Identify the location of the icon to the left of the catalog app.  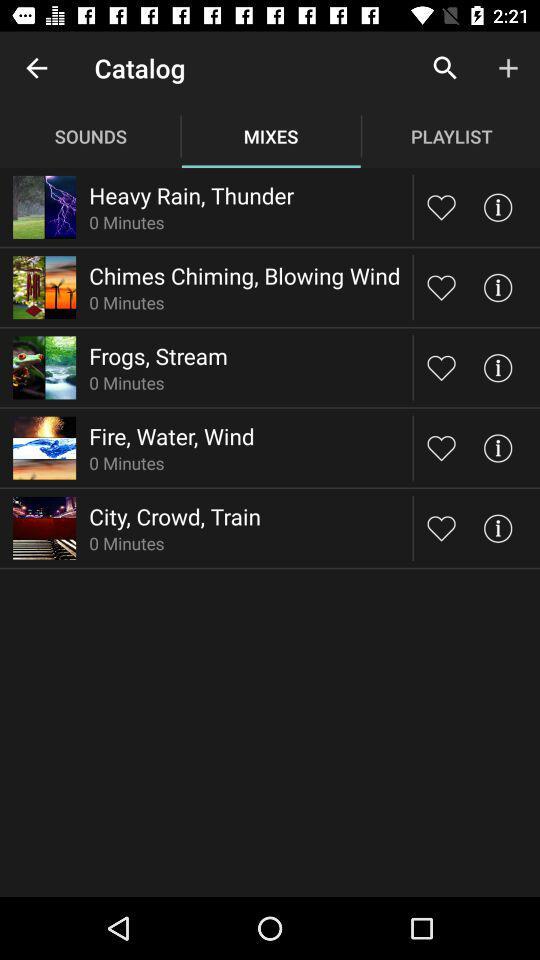
(36, 68).